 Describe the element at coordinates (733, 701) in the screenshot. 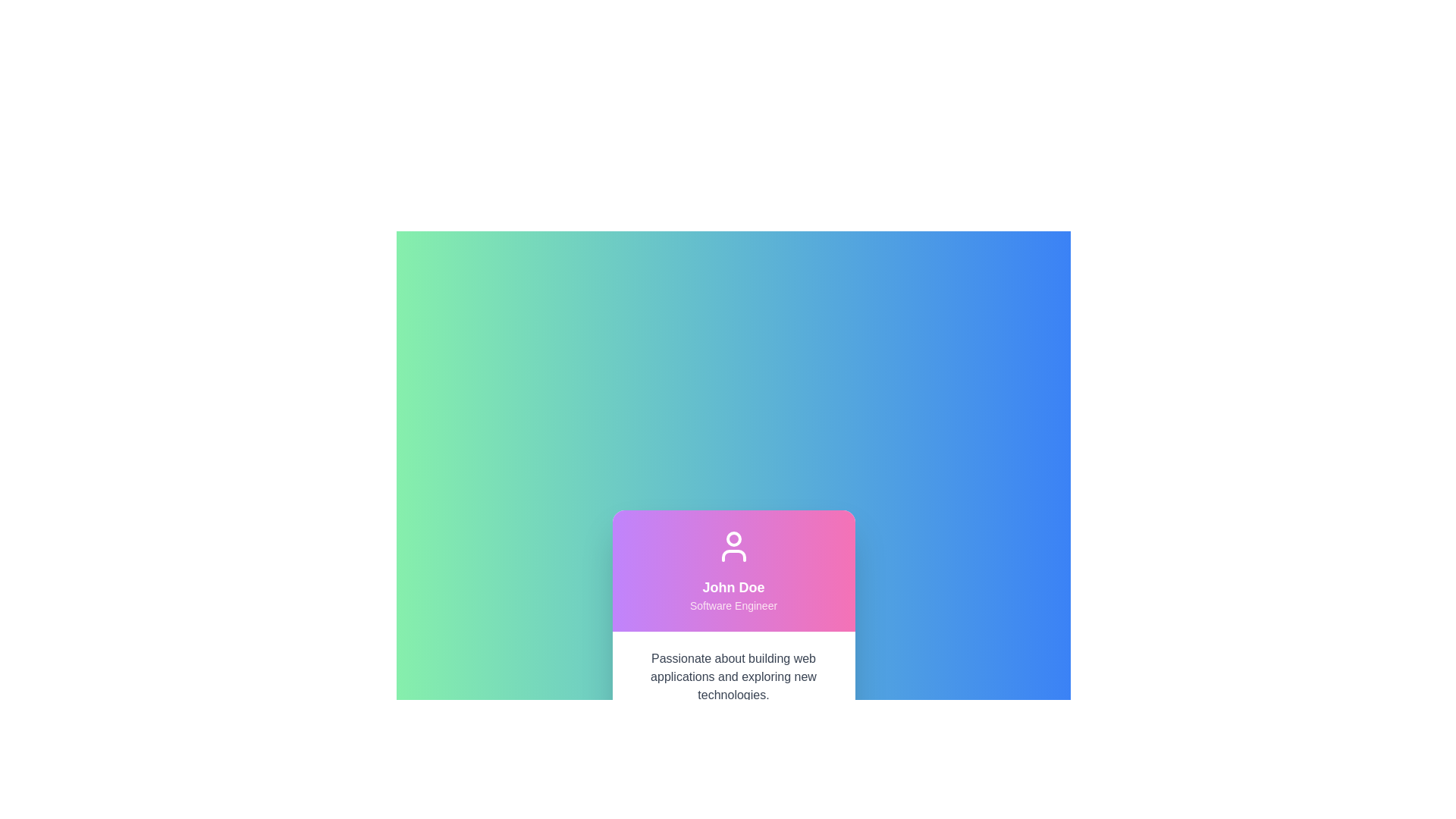

I see `descriptive text label located at the bottom of the card, below the 'John Doe' title and occupation text` at that location.